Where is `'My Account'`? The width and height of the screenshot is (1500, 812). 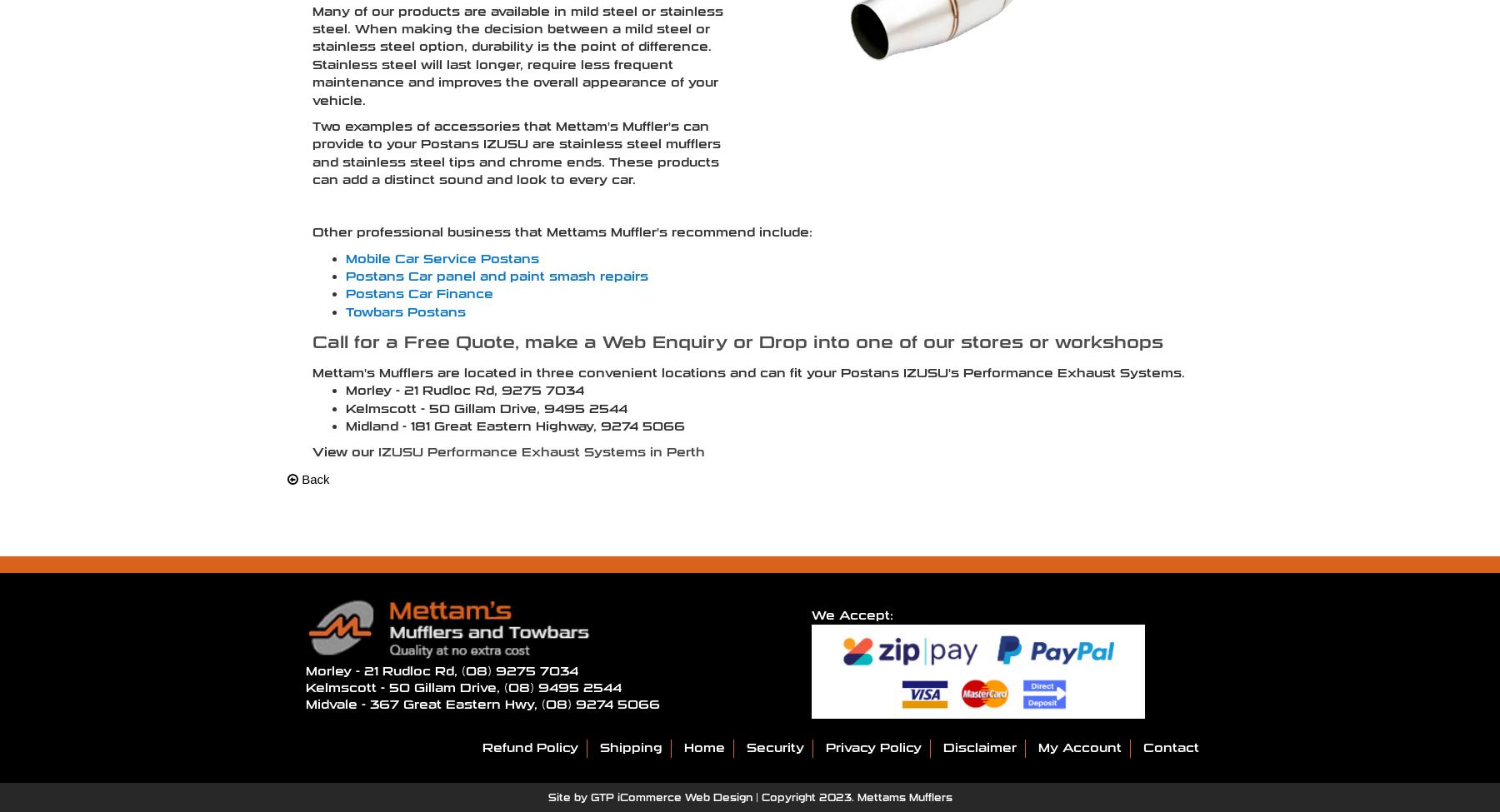 'My Account' is located at coordinates (1037, 746).